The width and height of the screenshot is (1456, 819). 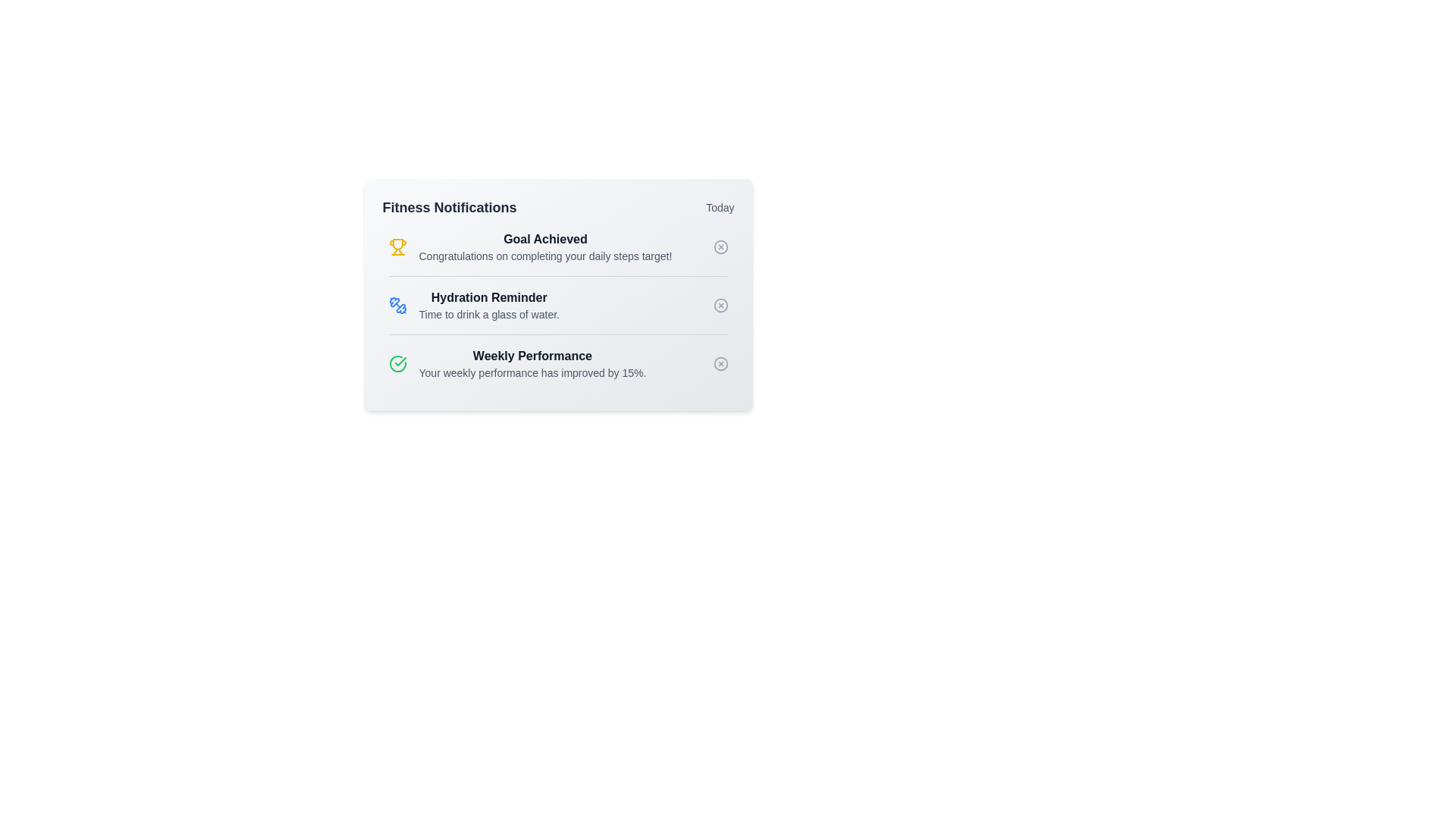 What do you see at coordinates (397, 363) in the screenshot?
I see `the circular green checkmark icon located to the left of the 'Weekly Performance' text in the 'Fitness Notifications' section` at bounding box center [397, 363].